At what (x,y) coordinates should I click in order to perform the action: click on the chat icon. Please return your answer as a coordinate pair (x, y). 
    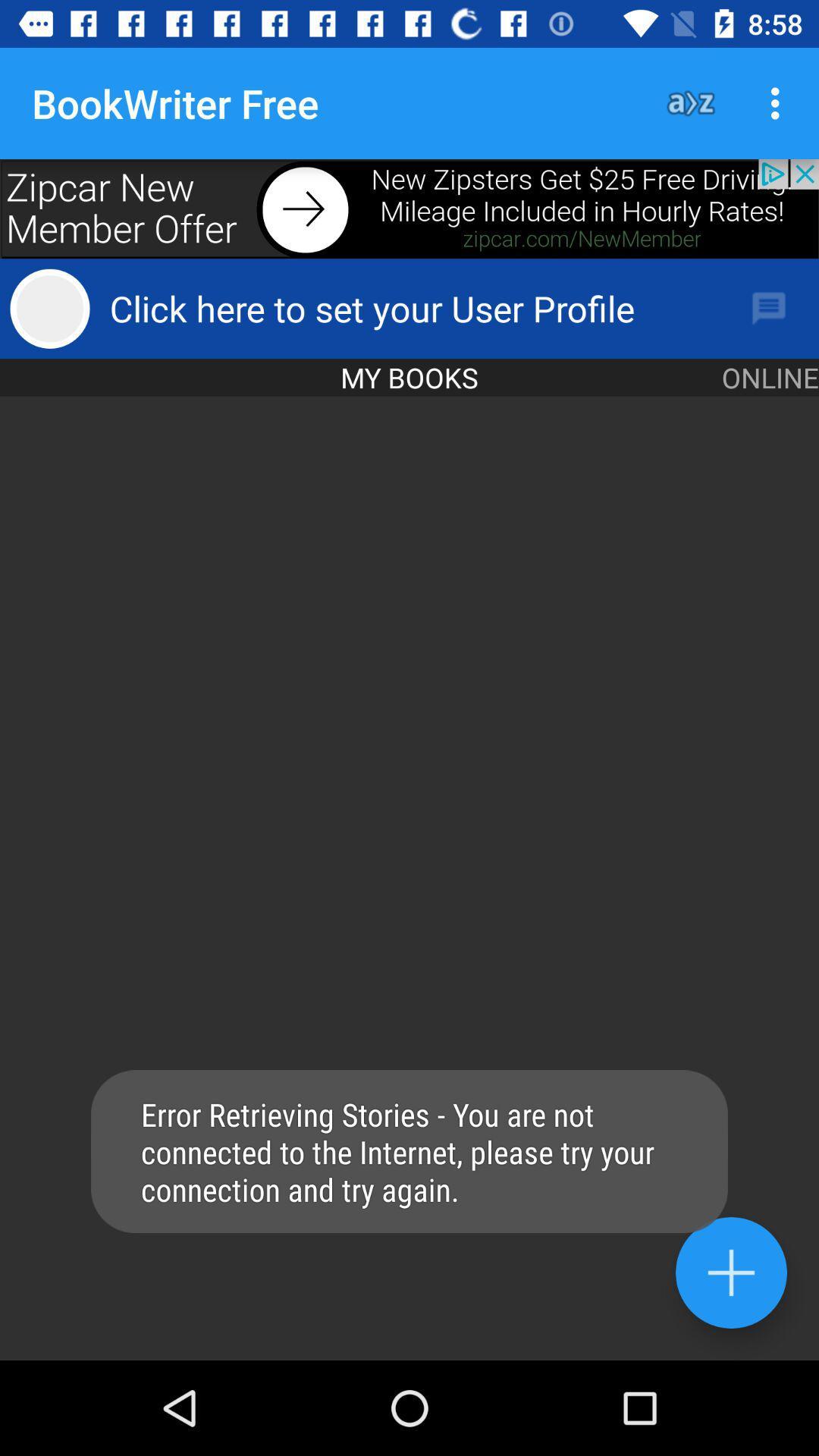
    Looking at the image, I should click on (769, 308).